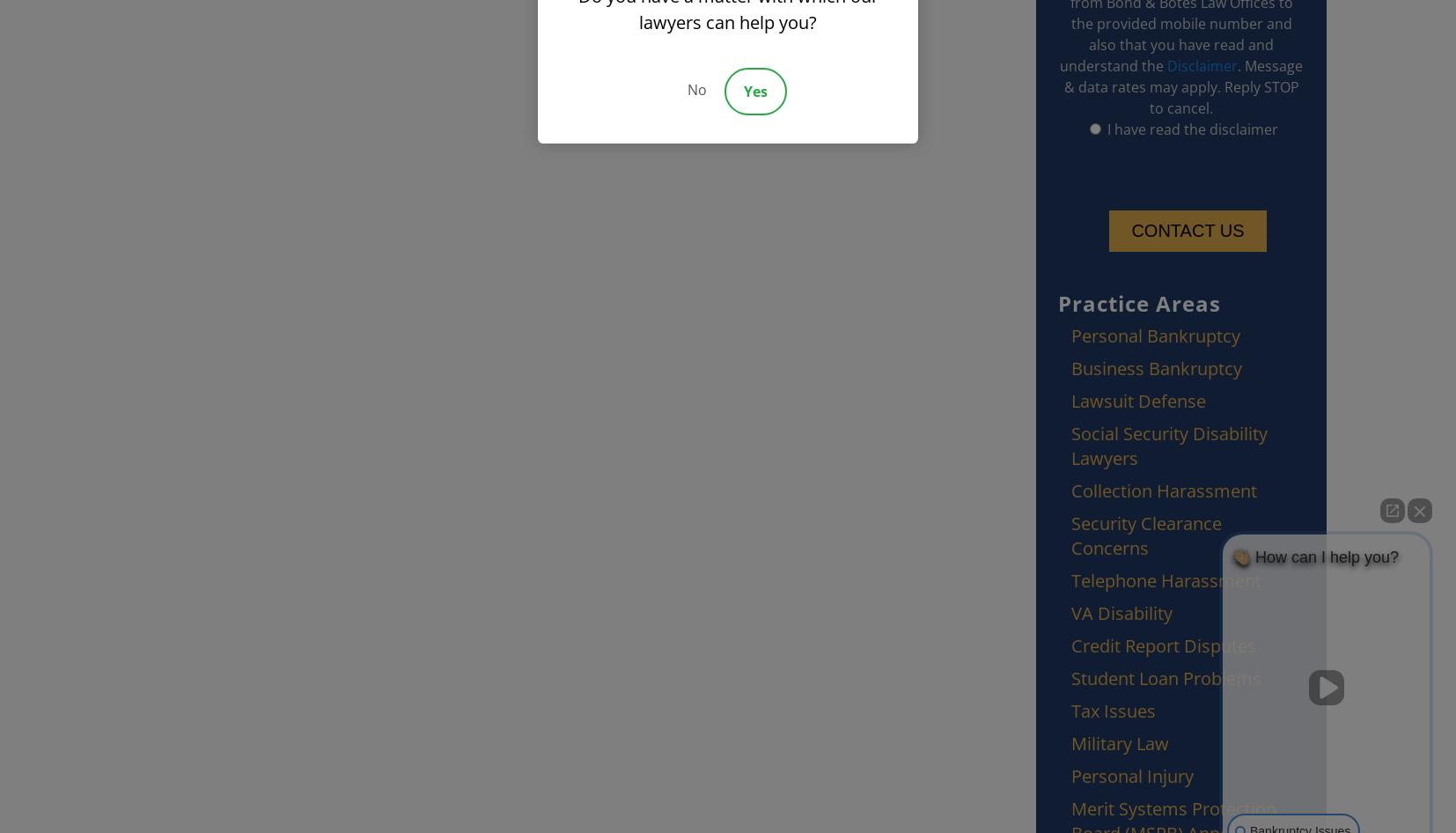 The height and width of the screenshot is (833, 1456). What do you see at coordinates (1155, 335) in the screenshot?
I see `'Personal Bankruptcy'` at bounding box center [1155, 335].